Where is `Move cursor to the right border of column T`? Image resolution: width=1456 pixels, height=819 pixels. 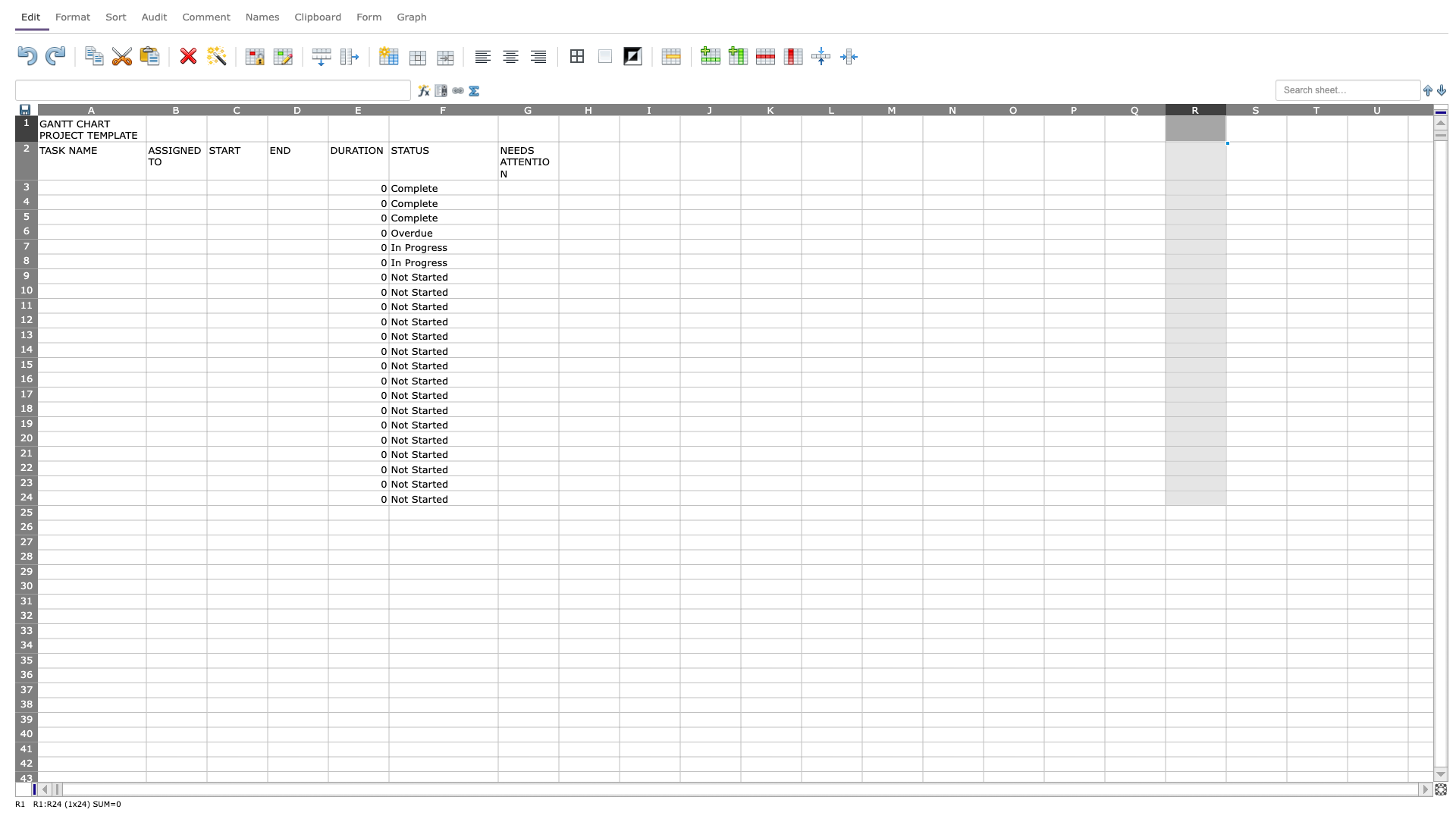
Move cursor to the right border of column T is located at coordinates (1347, 108).